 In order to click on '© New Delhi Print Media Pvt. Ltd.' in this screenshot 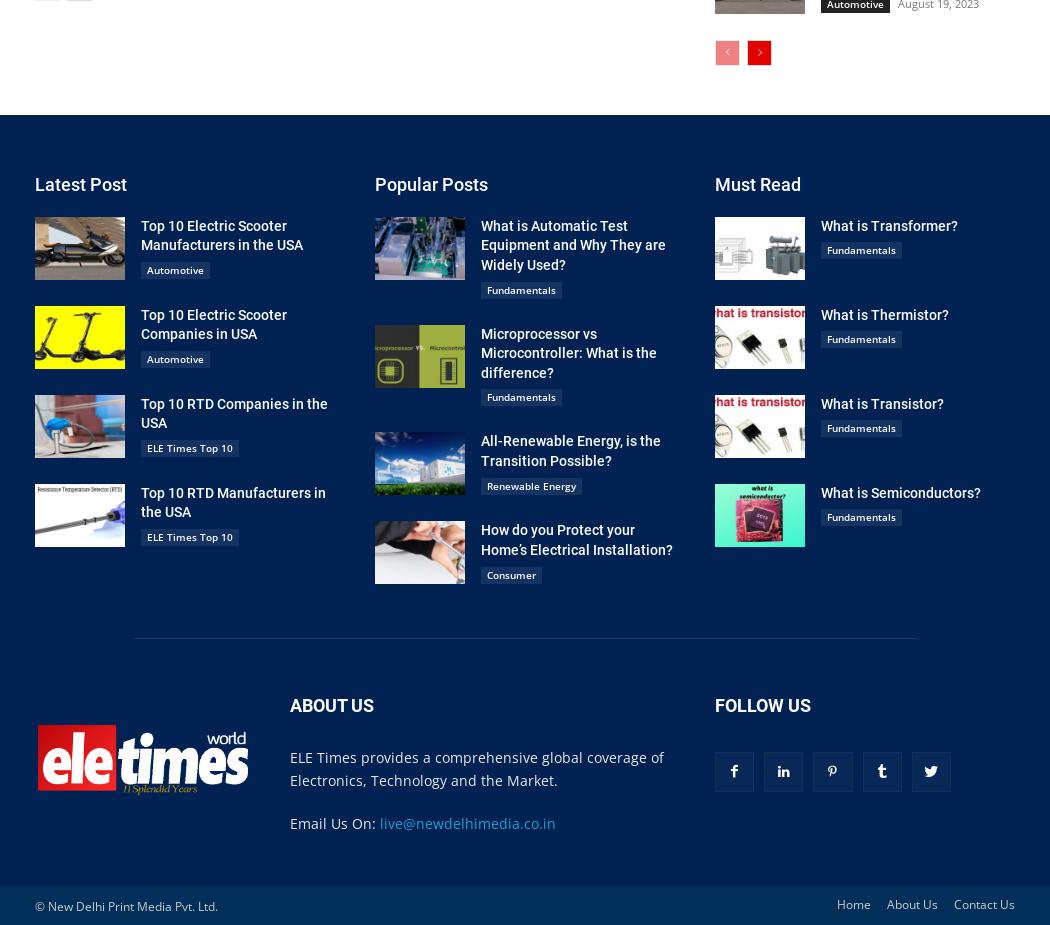, I will do `click(34, 905)`.